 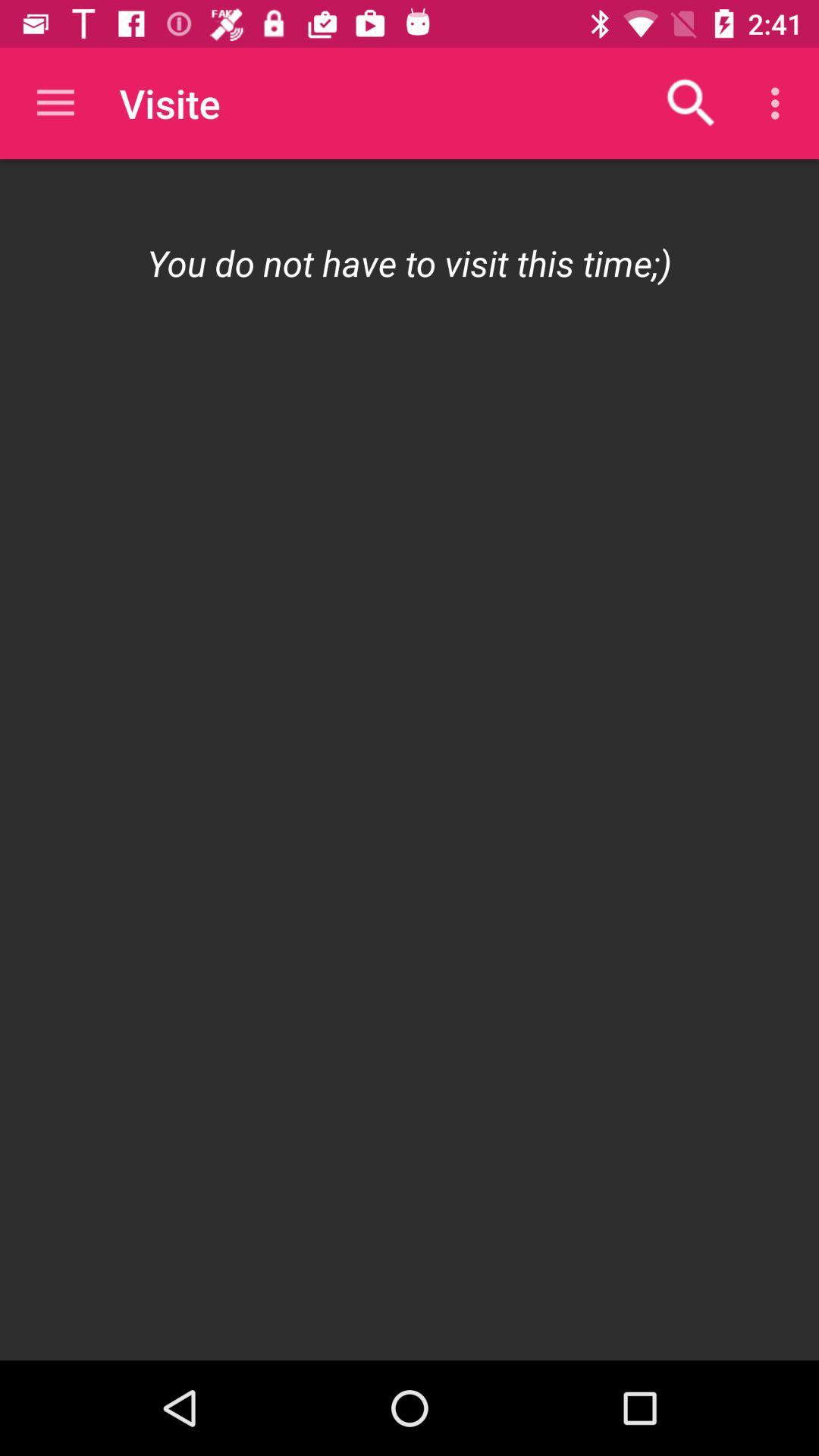 What do you see at coordinates (55, 102) in the screenshot?
I see `the app next to visite app` at bounding box center [55, 102].